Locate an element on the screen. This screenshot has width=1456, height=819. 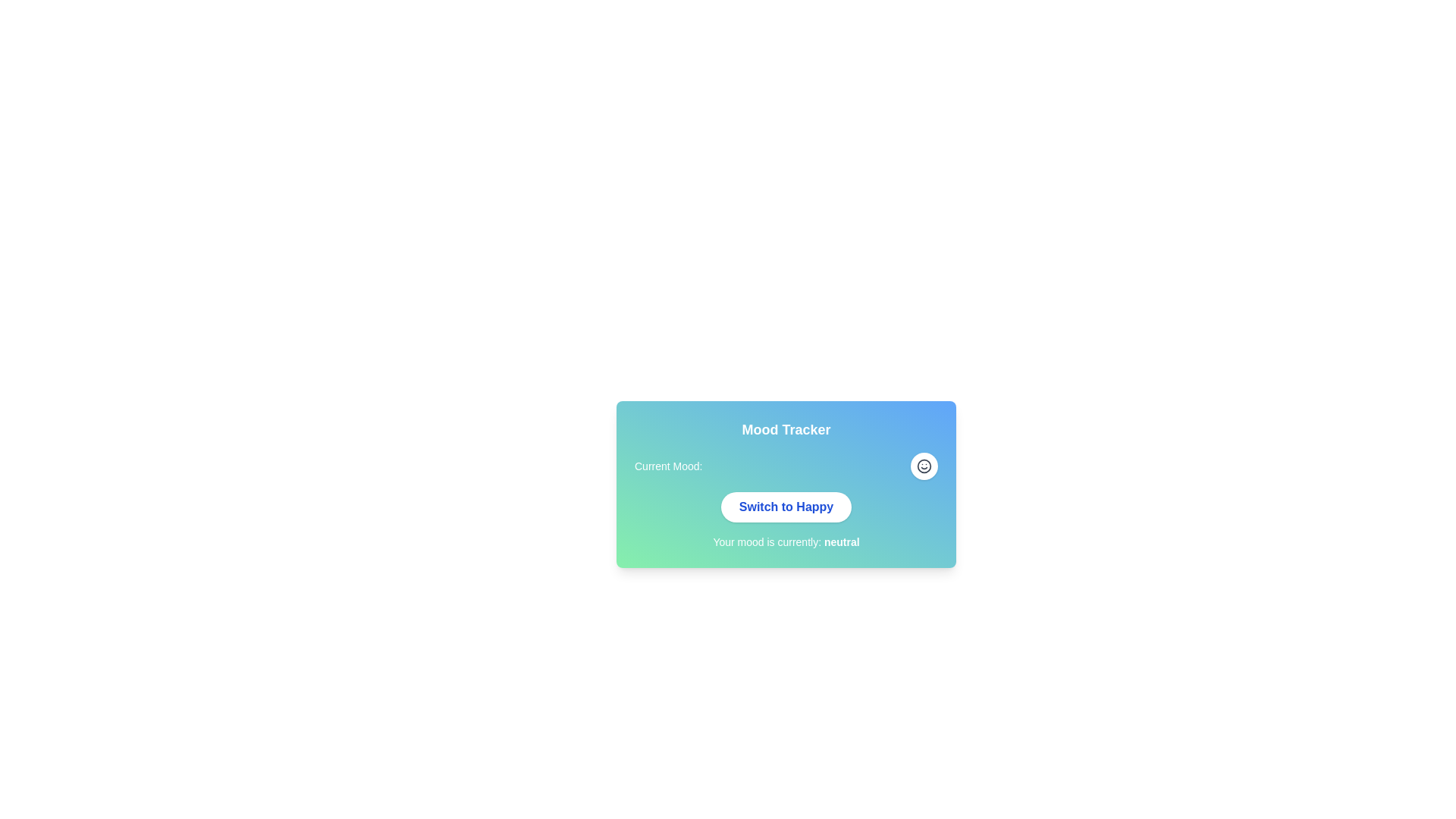
the 'Happy' mood button, which is located centrally below the 'Current Mood:' label and above the text 'Your mood is currently: neutral.' is located at coordinates (786, 507).